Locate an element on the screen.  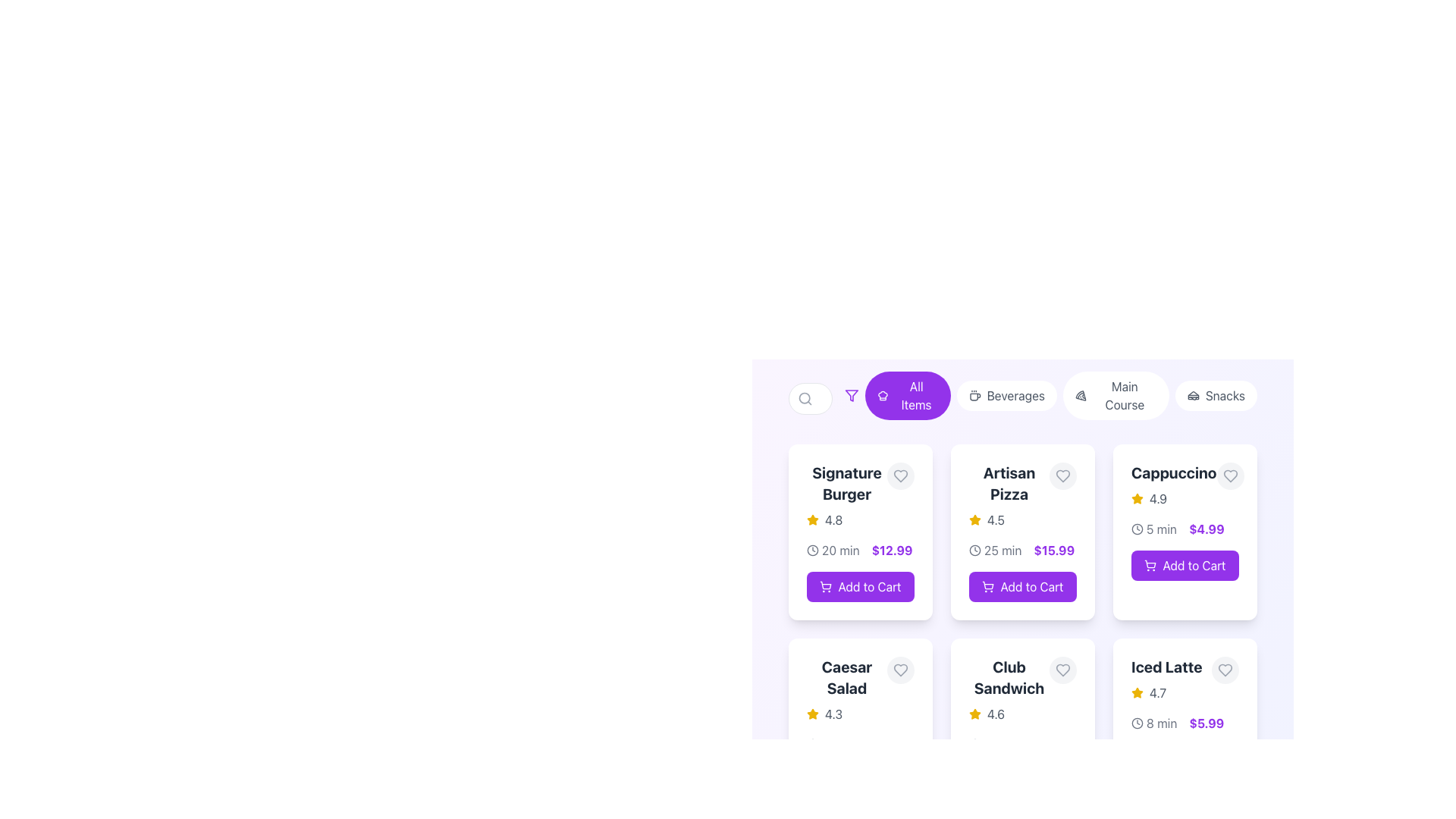
the price label displaying '$12.99' in bold purple font, located beneath the item preparation time label and part of the 'Signature Burger' card is located at coordinates (892, 550).